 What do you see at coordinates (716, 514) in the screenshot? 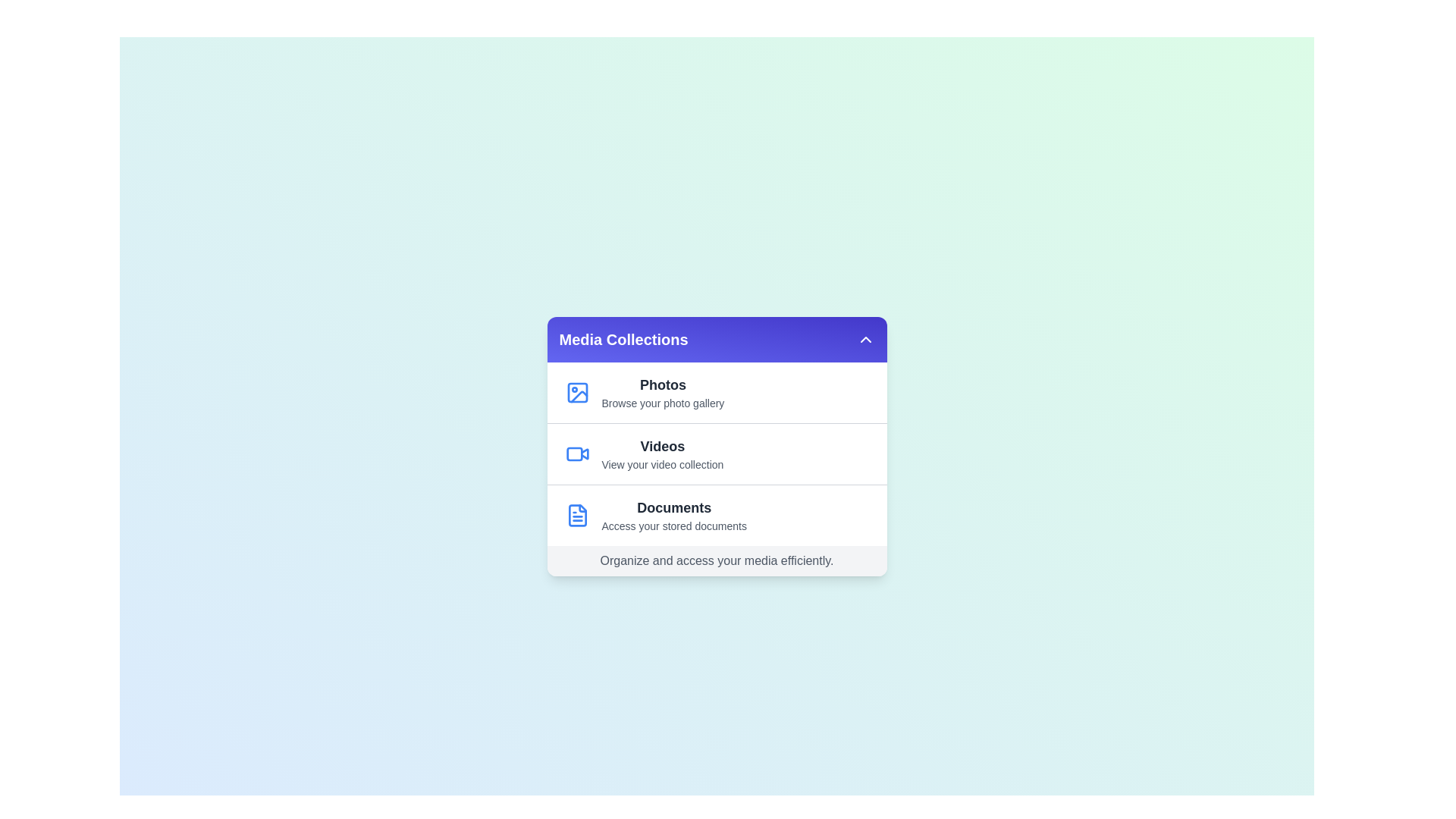
I see `the menu item Documents to view its associated media collection` at bounding box center [716, 514].